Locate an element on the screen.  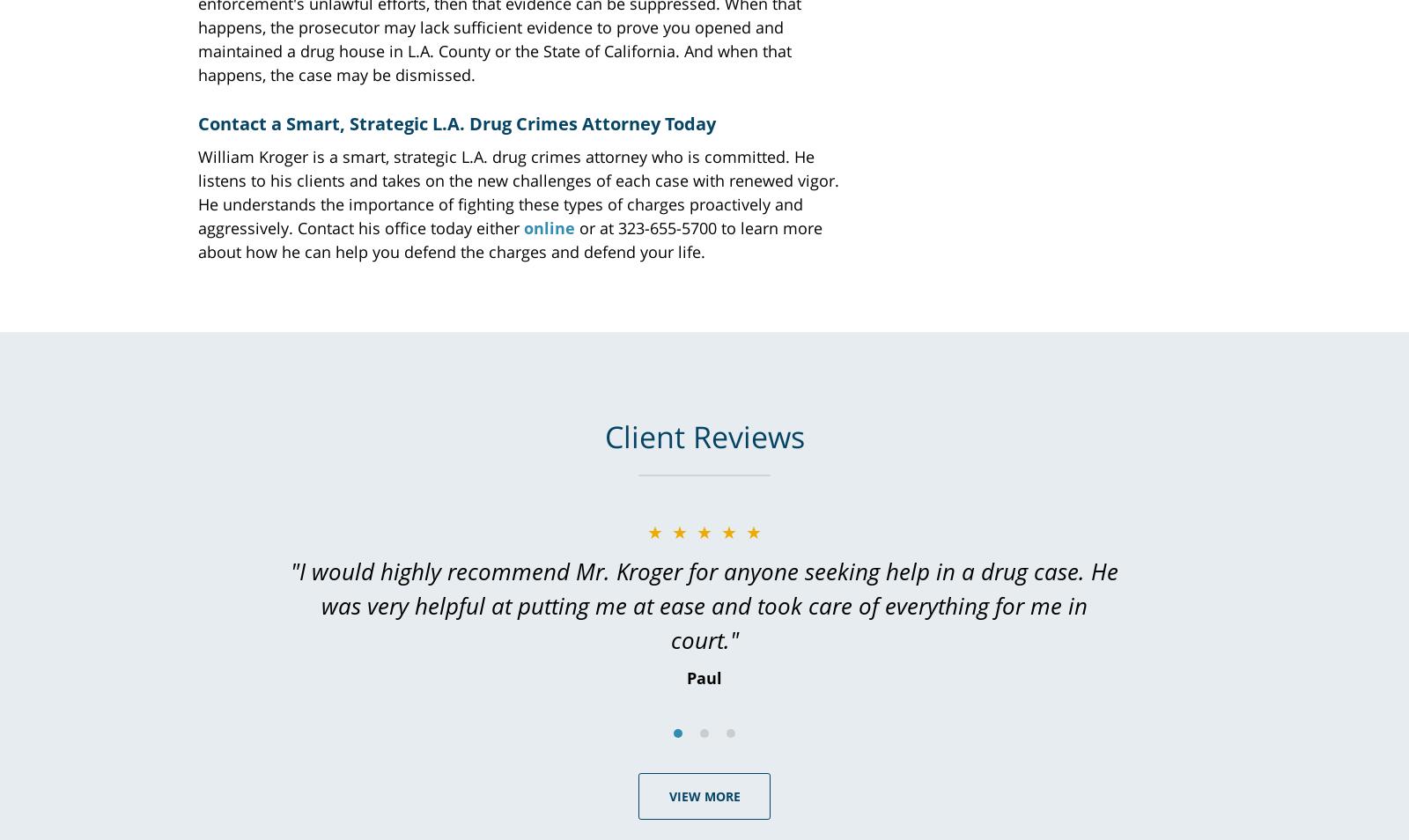
'William Kroger is a smart, strategic L.A. drug crimes attorney who is committed. He listens to his clients and takes on the new challenges of each case with renewed vigor. He understands the importance of fighting these types of charges proactively and aggressively. Contact his office today either' is located at coordinates (517, 190).